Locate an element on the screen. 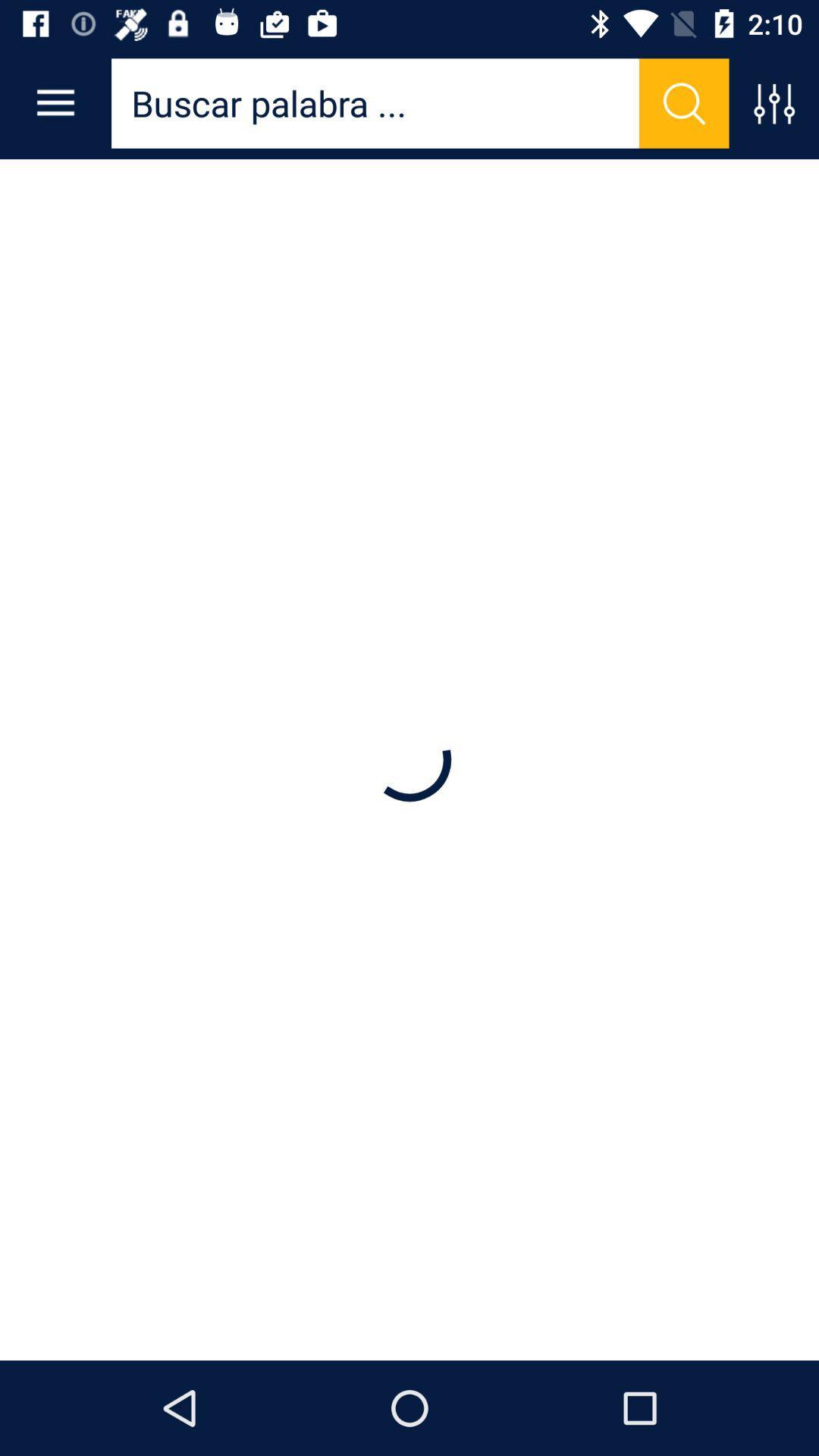 This screenshot has width=819, height=1456. search your requirement is located at coordinates (375, 102).